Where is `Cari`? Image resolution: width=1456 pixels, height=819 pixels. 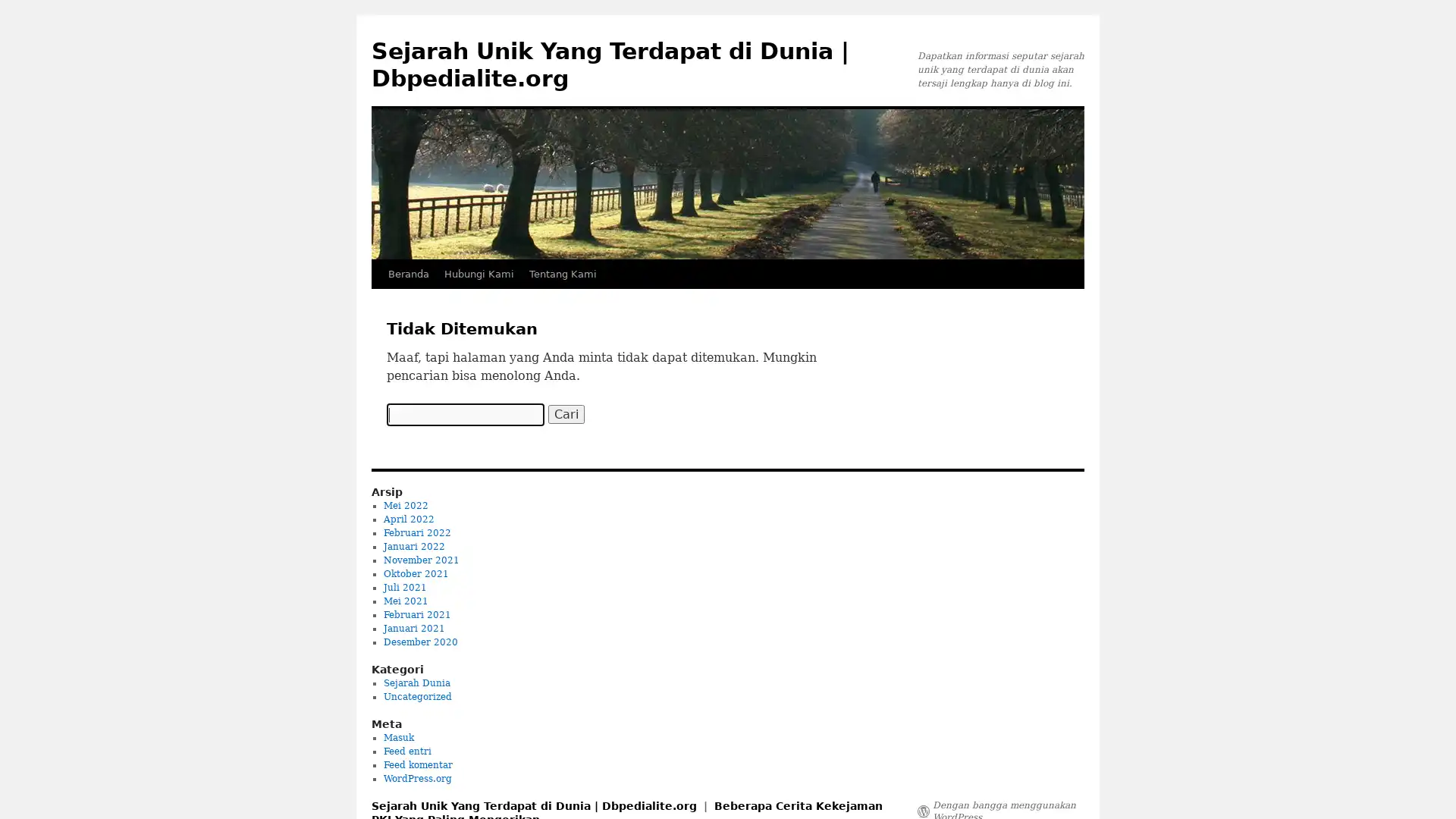 Cari is located at coordinates (566, 414).